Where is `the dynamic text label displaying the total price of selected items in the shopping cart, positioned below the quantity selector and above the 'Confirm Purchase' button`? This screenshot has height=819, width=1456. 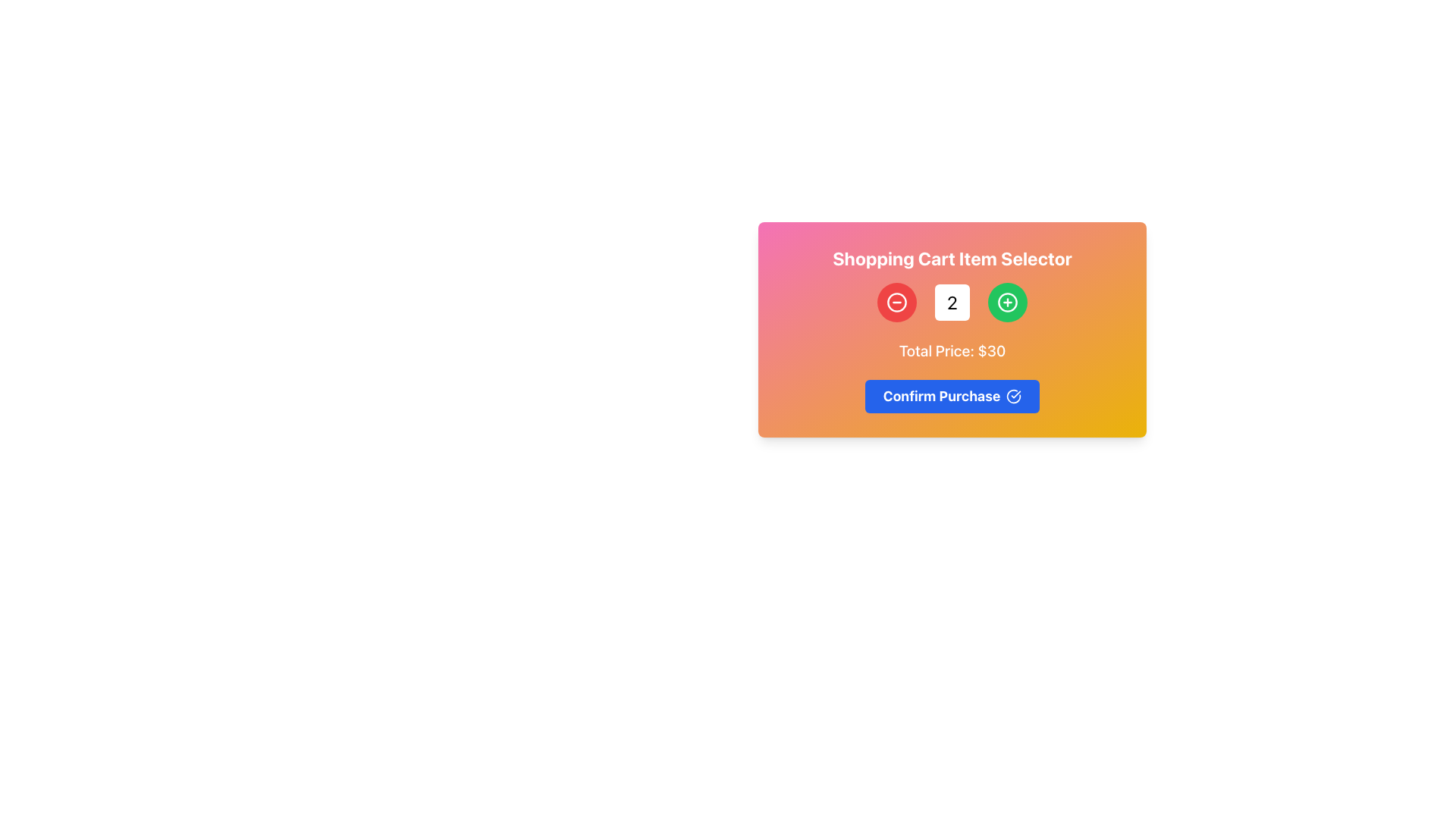
the dynamic text label displaying the total price of selected items in the shopping cart, positioned below the quantity selector and above the 'Confirm Purchase' button is located at coordinates (952, 350).